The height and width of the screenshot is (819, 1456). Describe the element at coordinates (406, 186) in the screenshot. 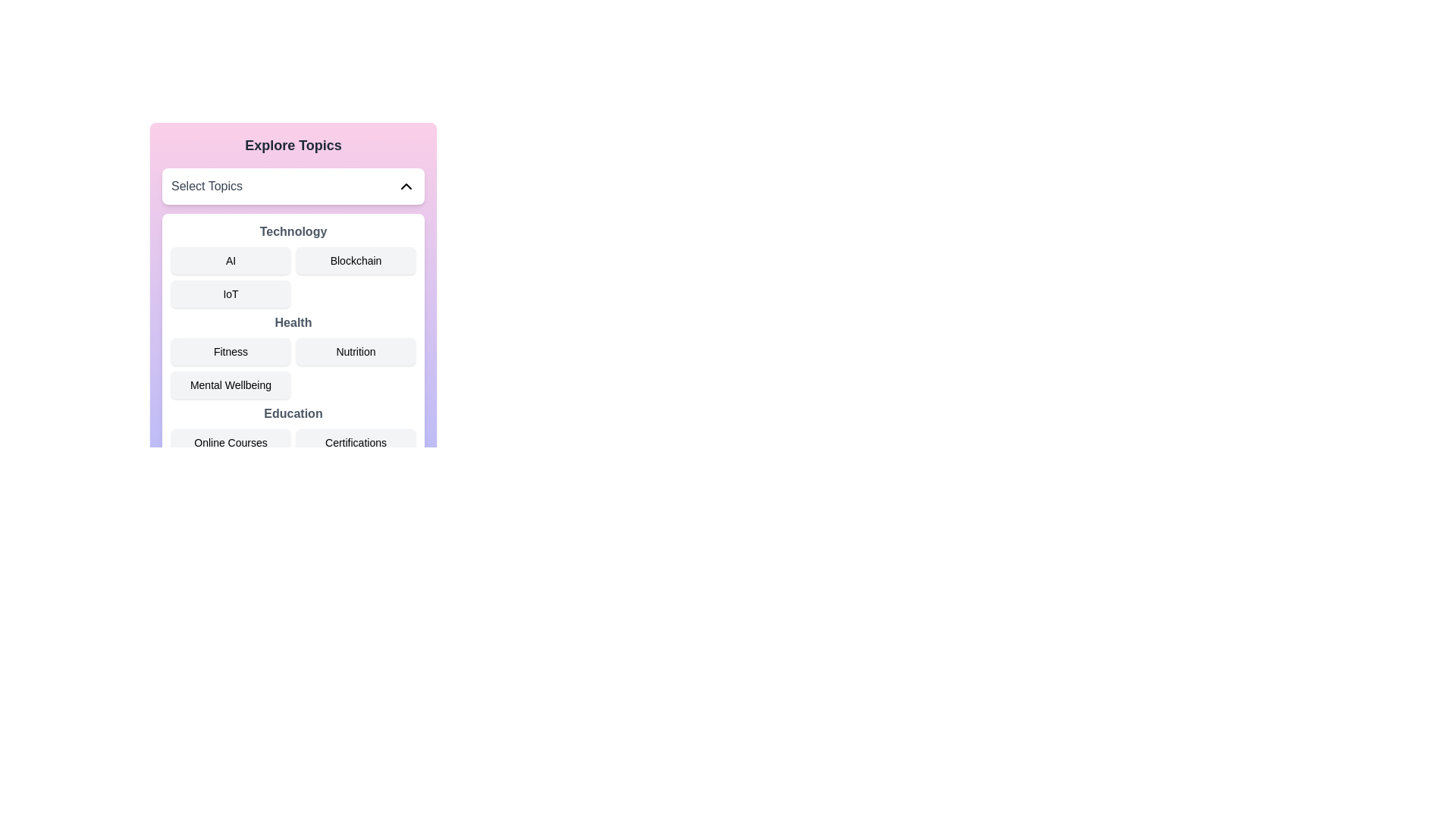

I see `the downward-pointing triangular chevron icon located at the far right of the 'Select Topics' button` at that location.